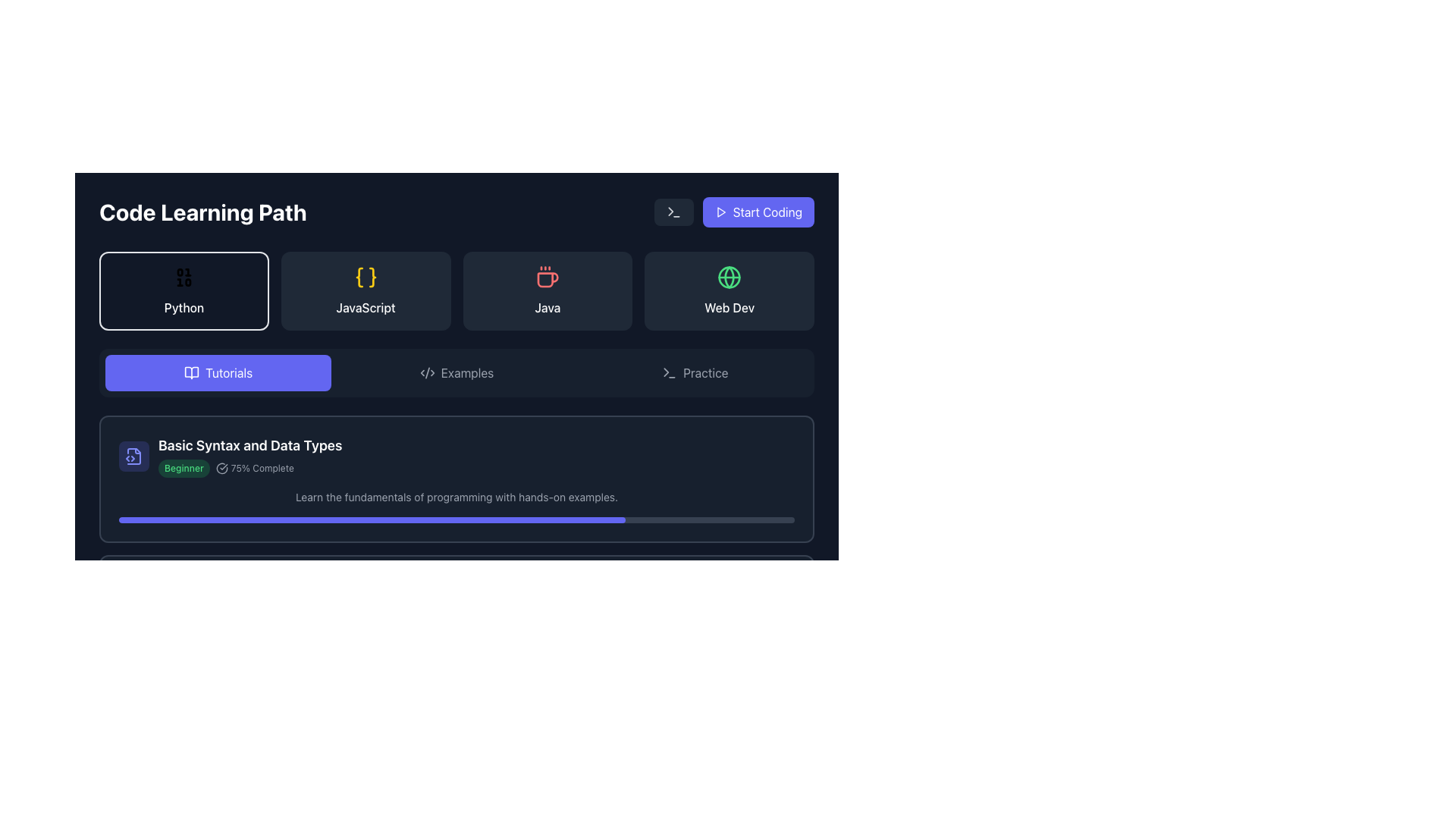 Image resolution: width=1456 pixels, height=819 pixels. What do you see at coordinates (366, 307) in the screenshot?
I see `the non-interactive text label that identifies 'JavaScript' as a programming language option, located in the second slot from the left in the horizontal grid of programming languages` at bounding box center [366, 307].